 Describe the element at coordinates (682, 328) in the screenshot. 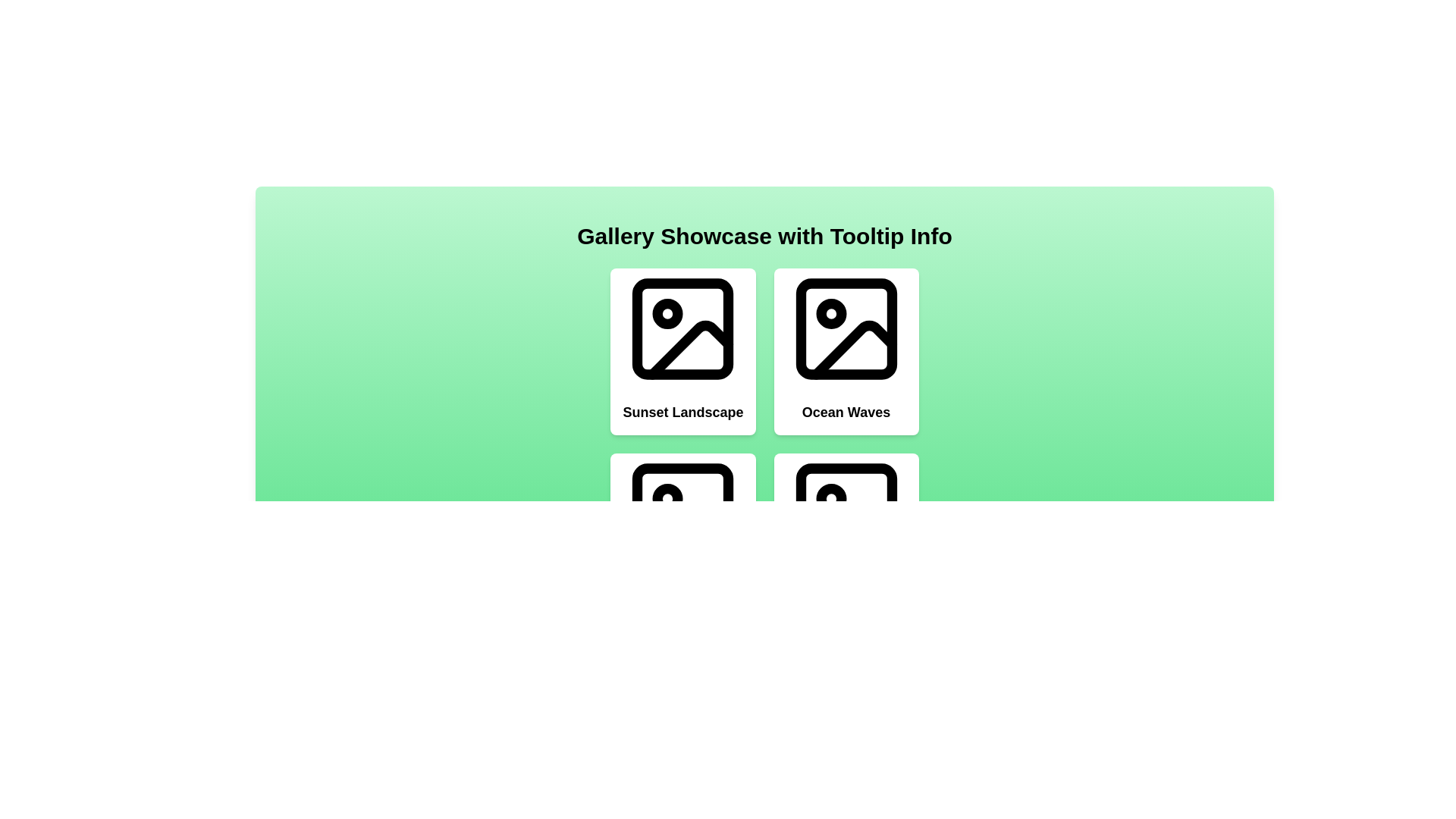

I see `the SVG icon that represents an image placeholder, which is located above the label 'Sunset Landscape'` at that location.